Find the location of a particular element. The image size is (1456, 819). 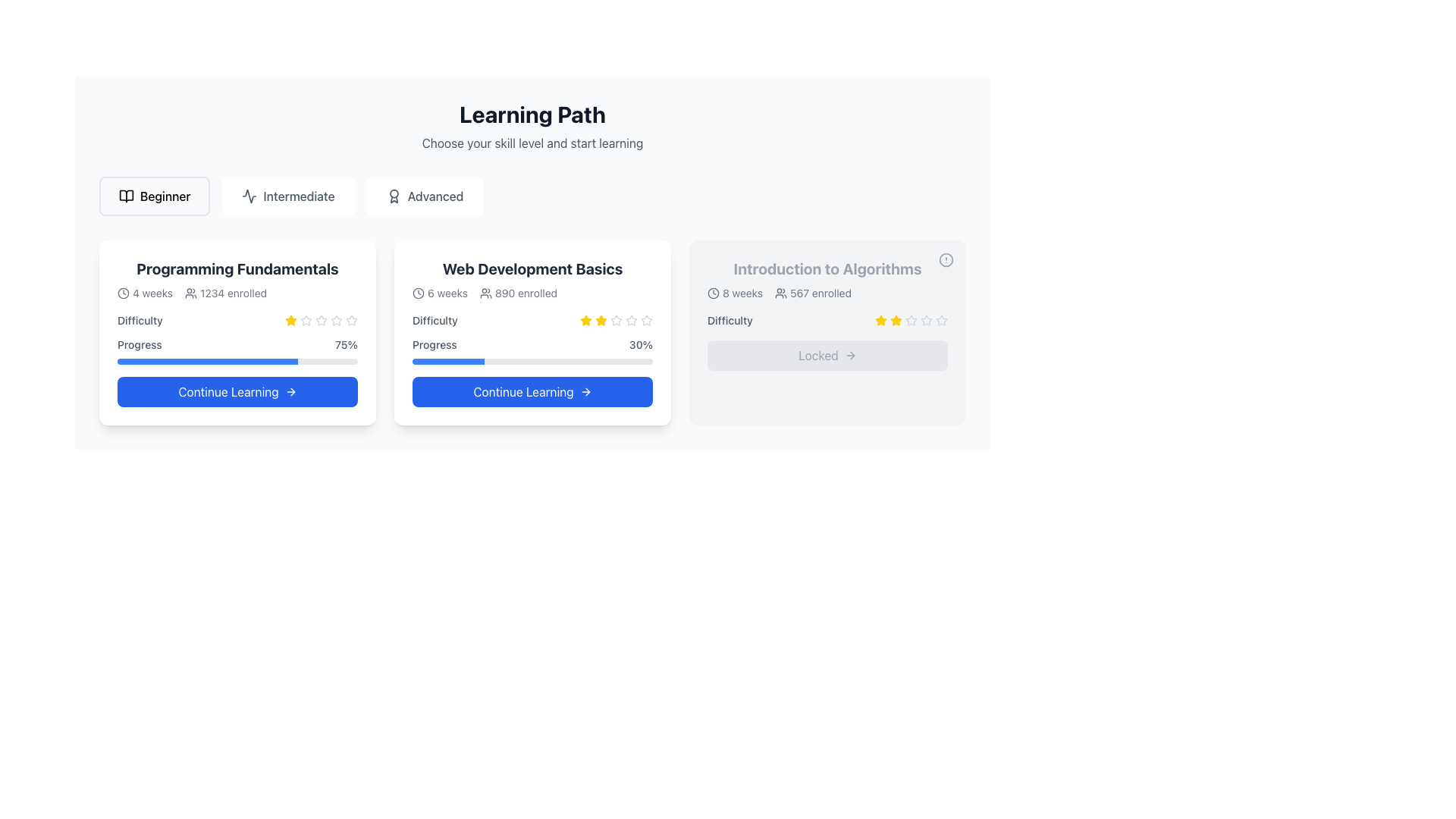

the informational text element displaying '8 weeks' and '567 enrolled', located under the 'Introduction to Algorithms' section header, within the third card from the left is located at coordinates (827, 293).